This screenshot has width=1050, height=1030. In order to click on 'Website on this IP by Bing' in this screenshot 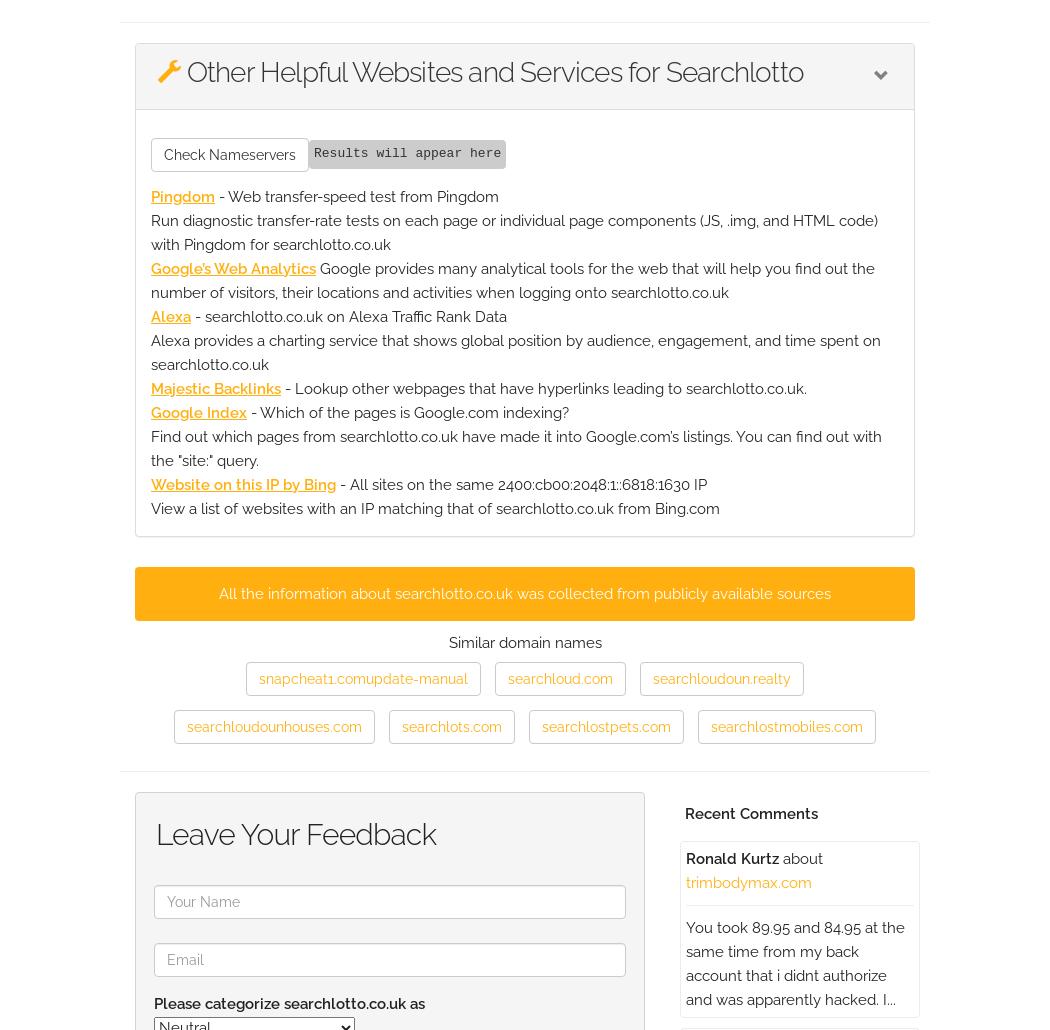, I will do `click(243, 482)`.